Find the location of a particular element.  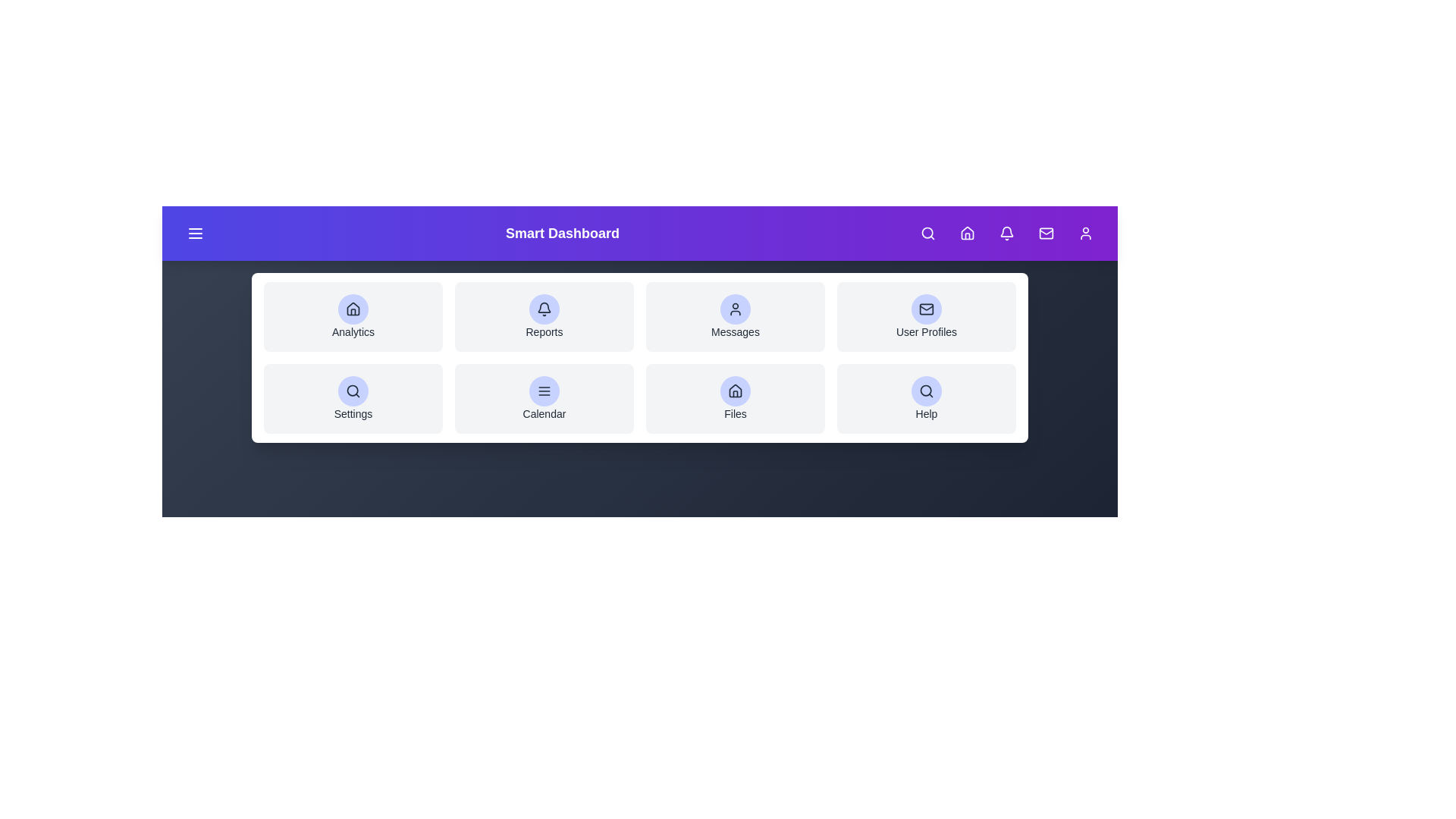

the search button in the app bar is located at coordinates (927, 234).